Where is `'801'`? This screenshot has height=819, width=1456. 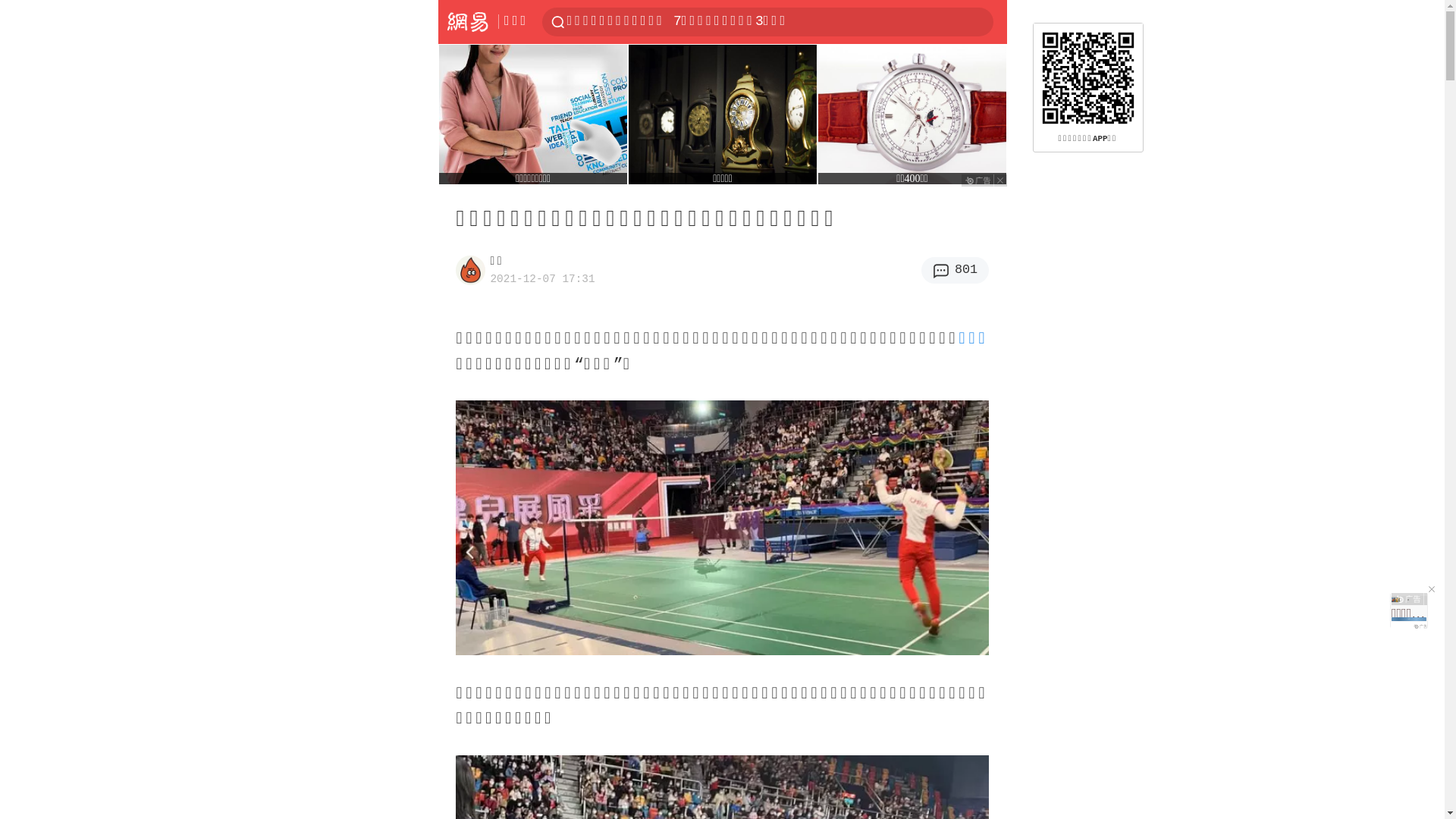
'801' is located at coordinates (954, 269).